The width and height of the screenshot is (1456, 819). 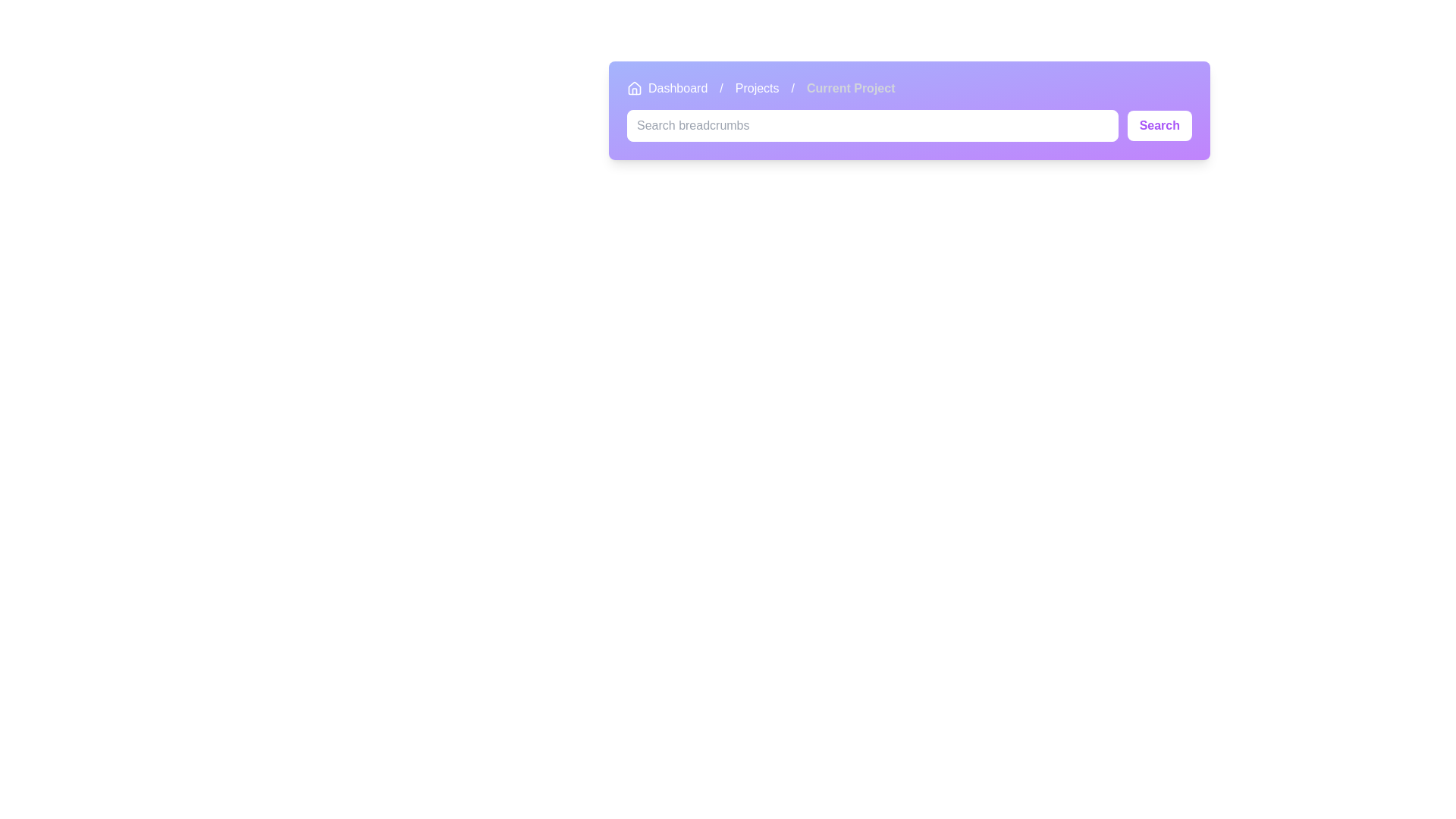 I want to click on the 'Dashboard' hyperlink text element, which is styled in white and located, so click(x=677, y=88).